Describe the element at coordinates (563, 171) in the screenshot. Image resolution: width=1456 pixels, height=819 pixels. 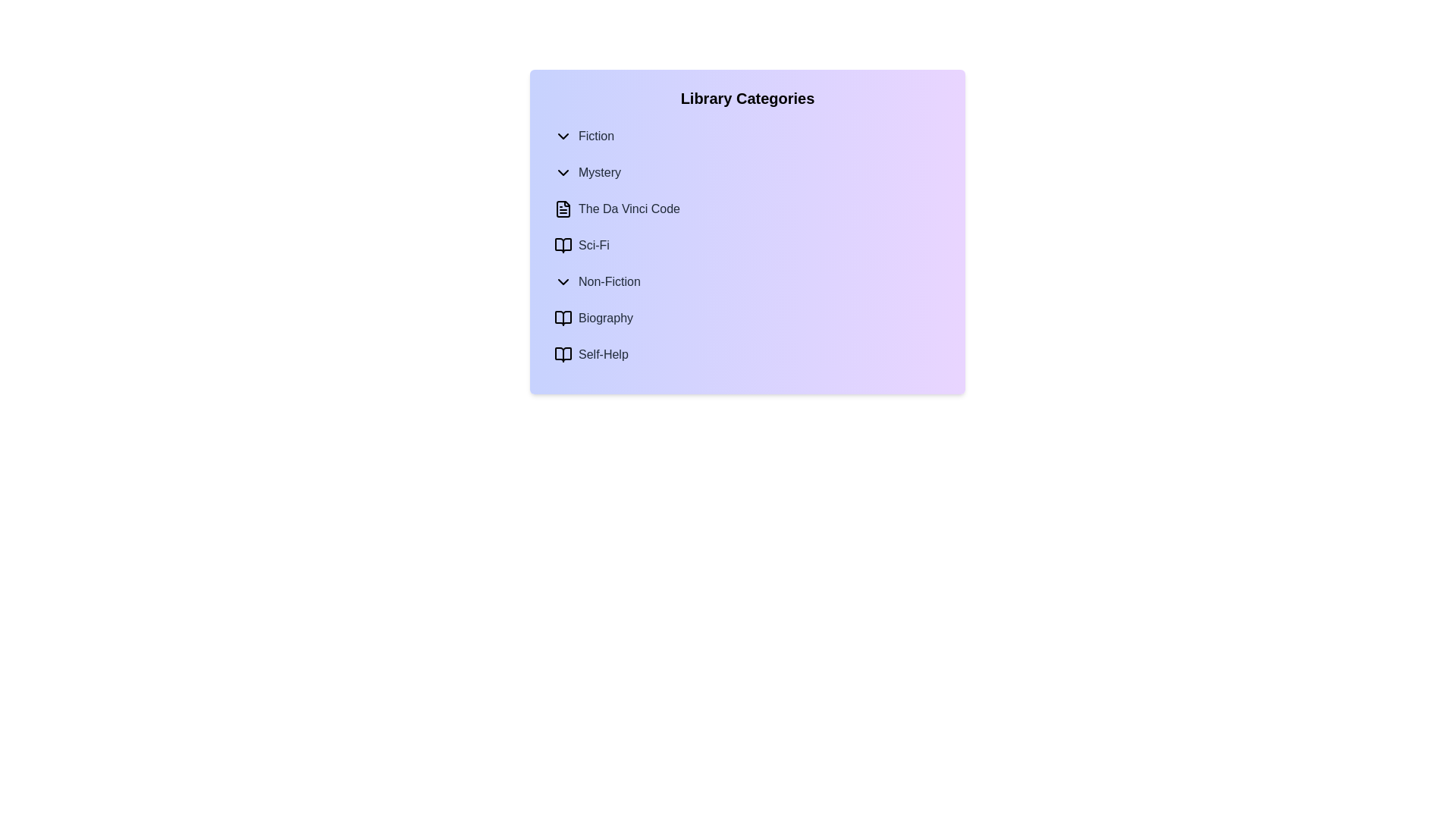
I see `the expandable/collapsible icon for the 'Mystery' category, which is located just to the left of the 'Mystery' label` at that location.